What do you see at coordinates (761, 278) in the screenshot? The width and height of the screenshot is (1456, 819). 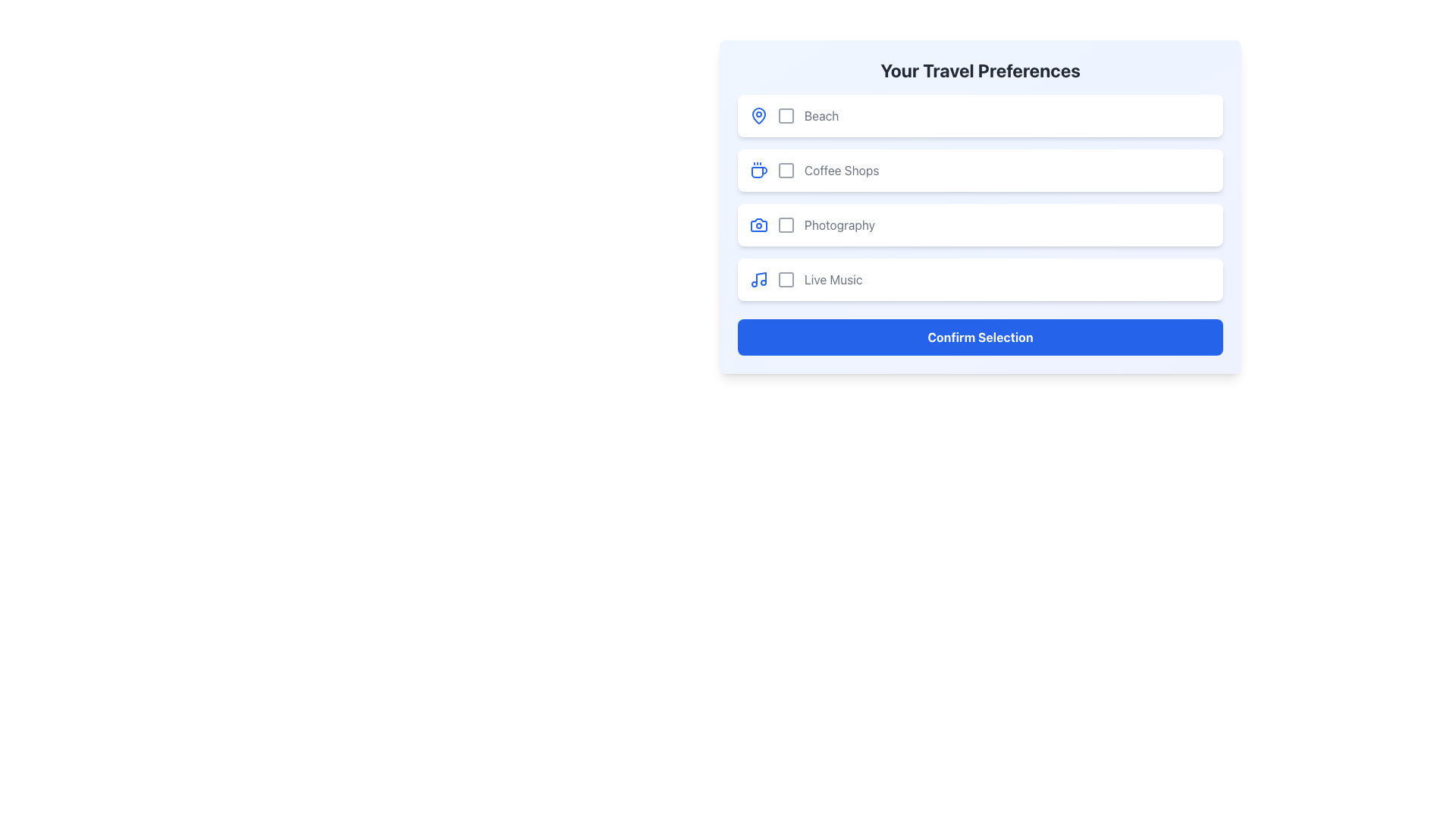 I see `the music note SVG icon located in the 'Your Travel Preferences' section, specifically in the last row labeled 'Live Music'` at bounding box center [761, 278].